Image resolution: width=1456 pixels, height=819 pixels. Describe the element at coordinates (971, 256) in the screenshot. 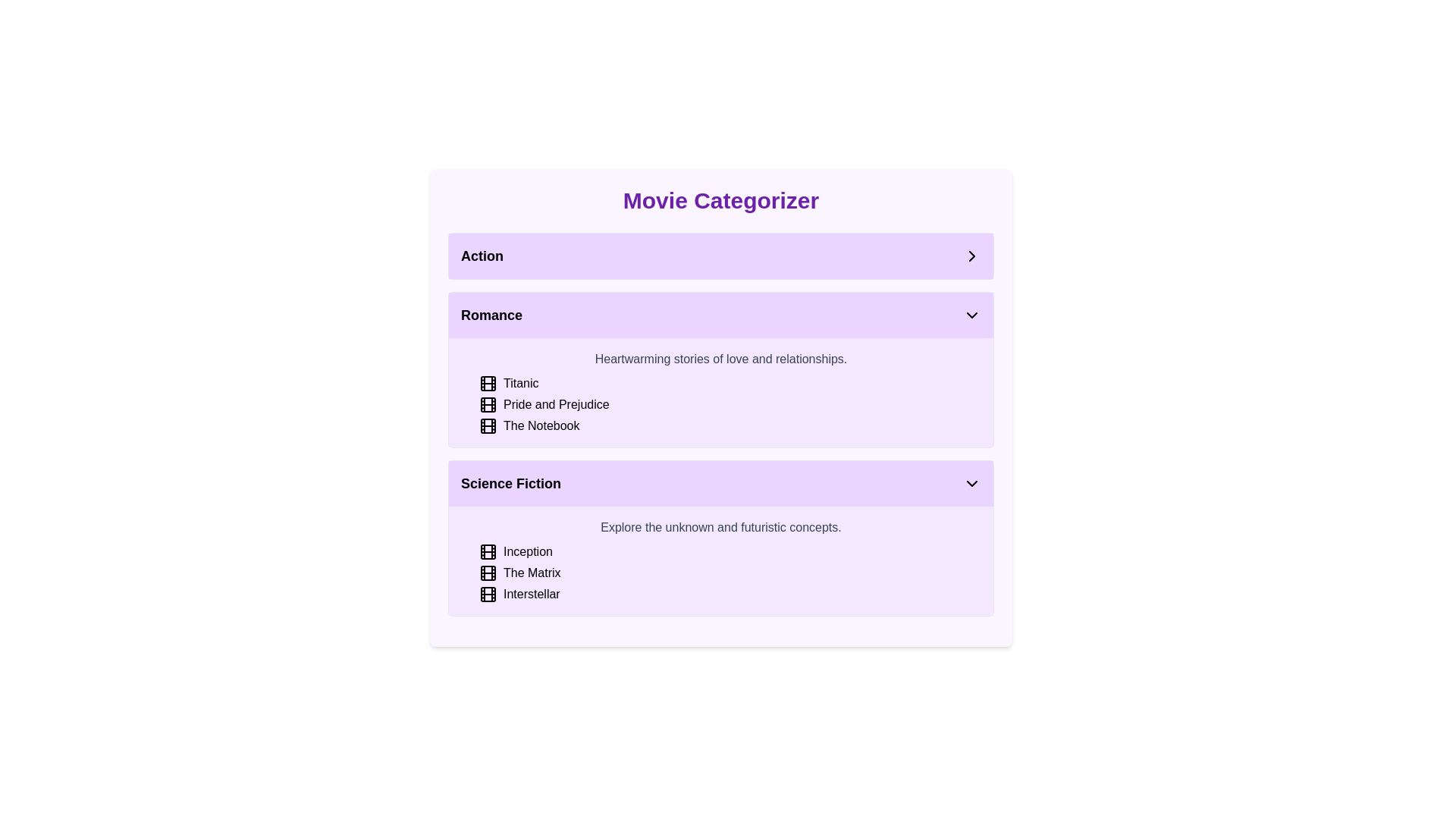

I see `the right-facing chevron indicator icon, which is a triangular arrow pointing right, located in the 'Action' section at the top of the interface, near the label 'Action'` at that location.